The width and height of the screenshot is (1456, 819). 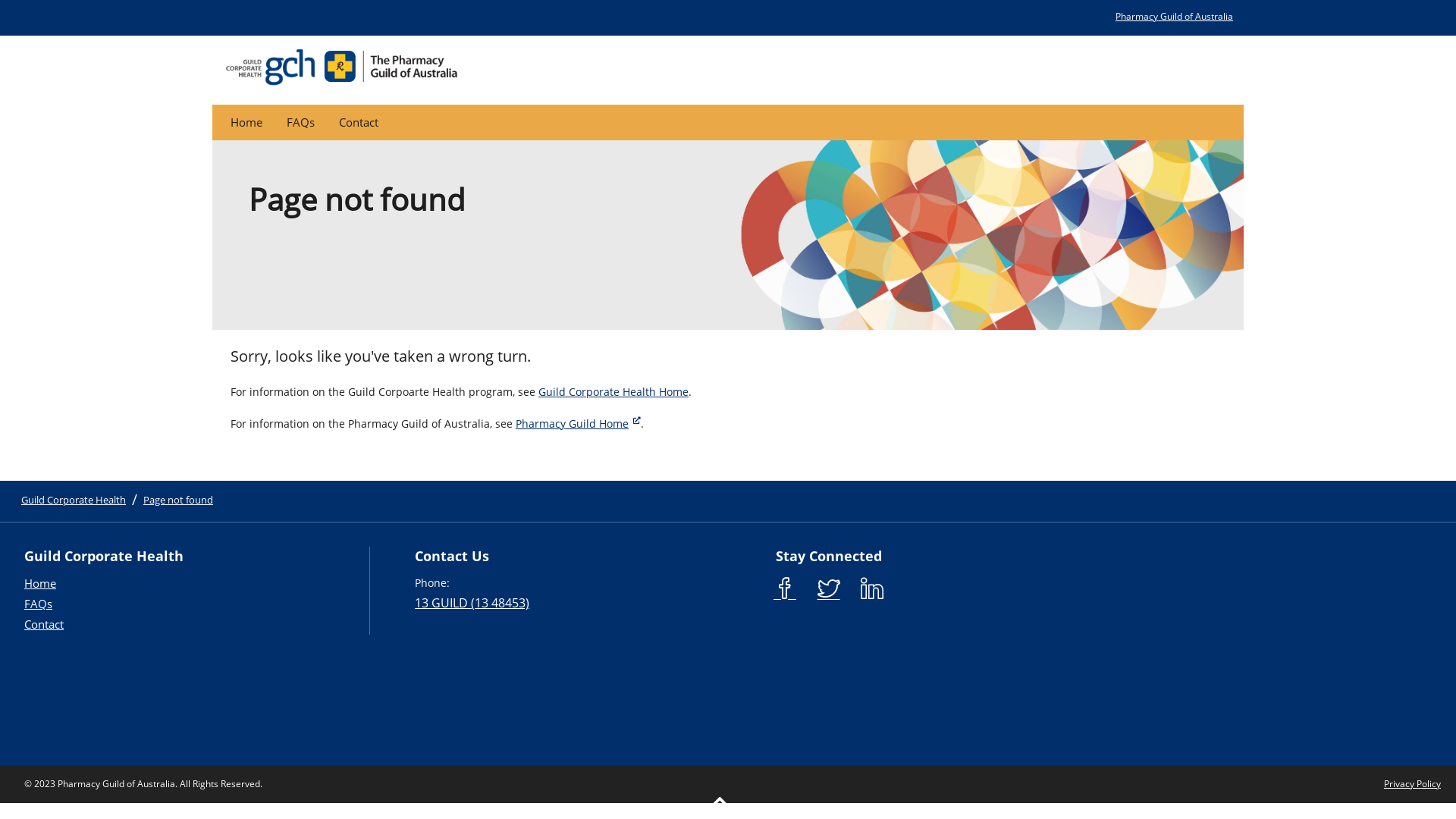 I want to click on 'Contact', so click(x=43, y=623).